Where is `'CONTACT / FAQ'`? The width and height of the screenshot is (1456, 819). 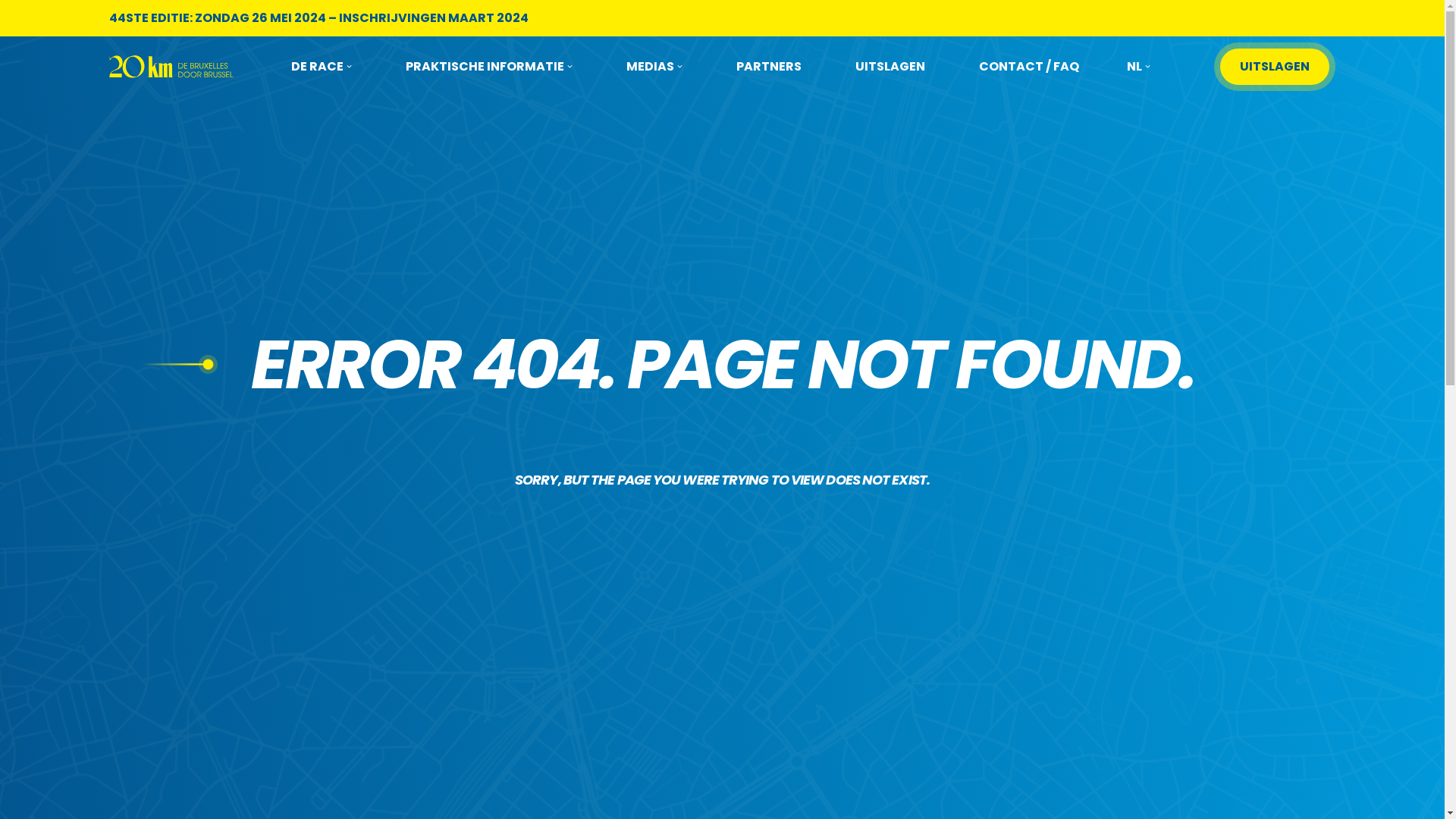 'CONTACT / FAQ' is located at coordinates (1029, 66).